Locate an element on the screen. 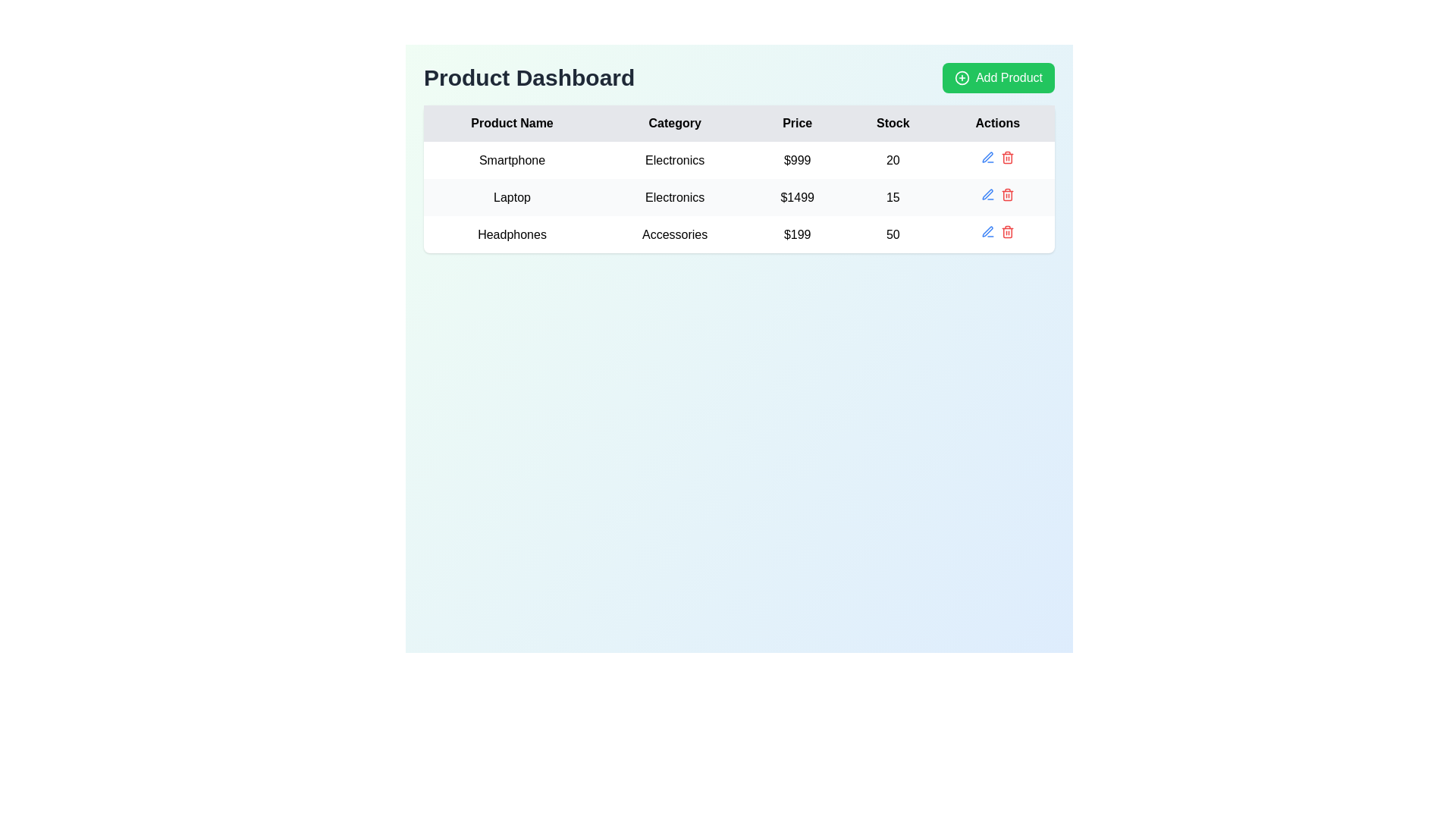 Image resolution: width=1456 pixels, height=819 pixels. the non-interactive text label indicating the category 'Headphones' in the table is located at coordinates (674, 234).